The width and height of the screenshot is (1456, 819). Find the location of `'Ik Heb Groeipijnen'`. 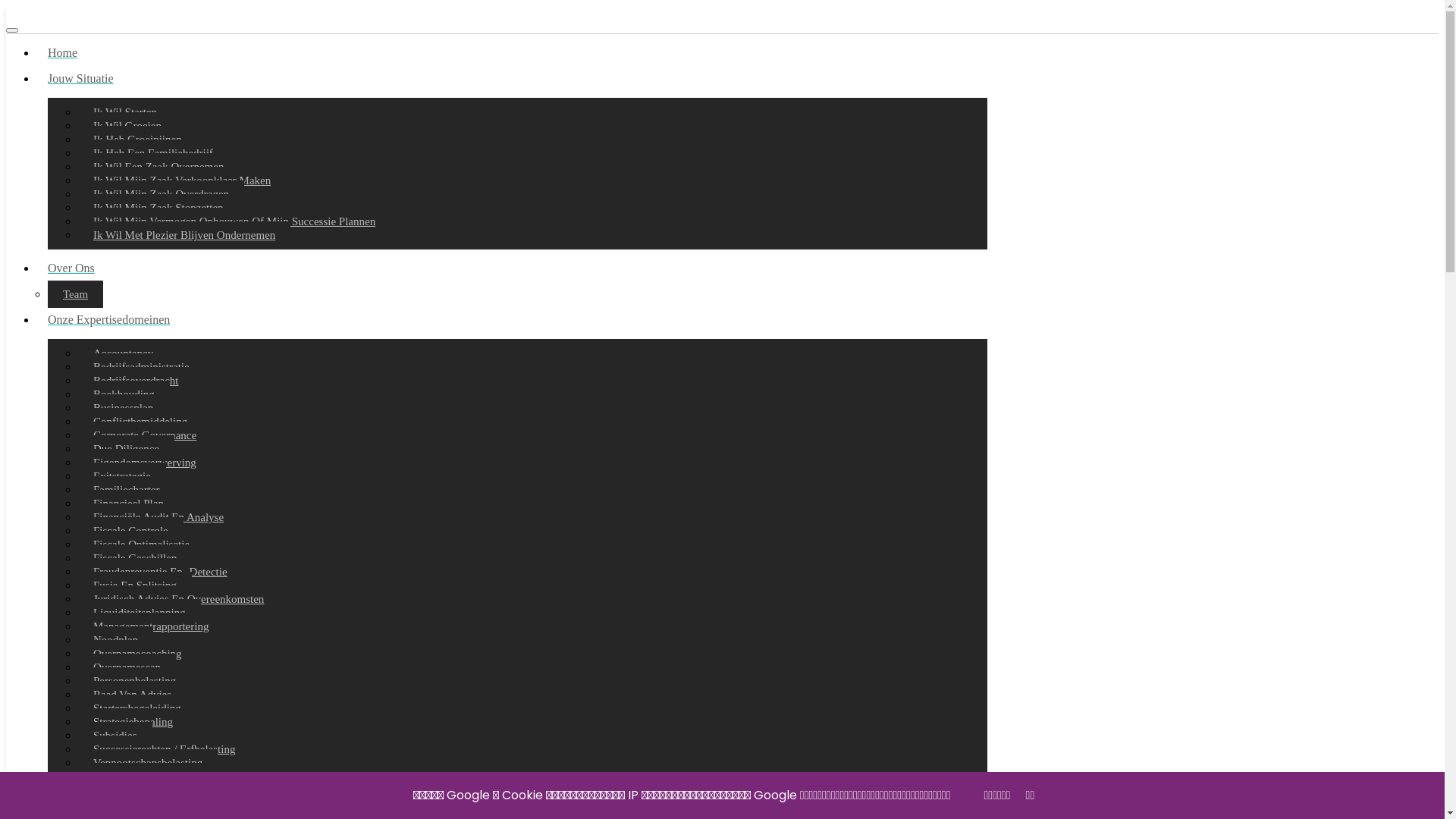

'Ik Heb Groeipijnen' is located at coordinates (77, 140).